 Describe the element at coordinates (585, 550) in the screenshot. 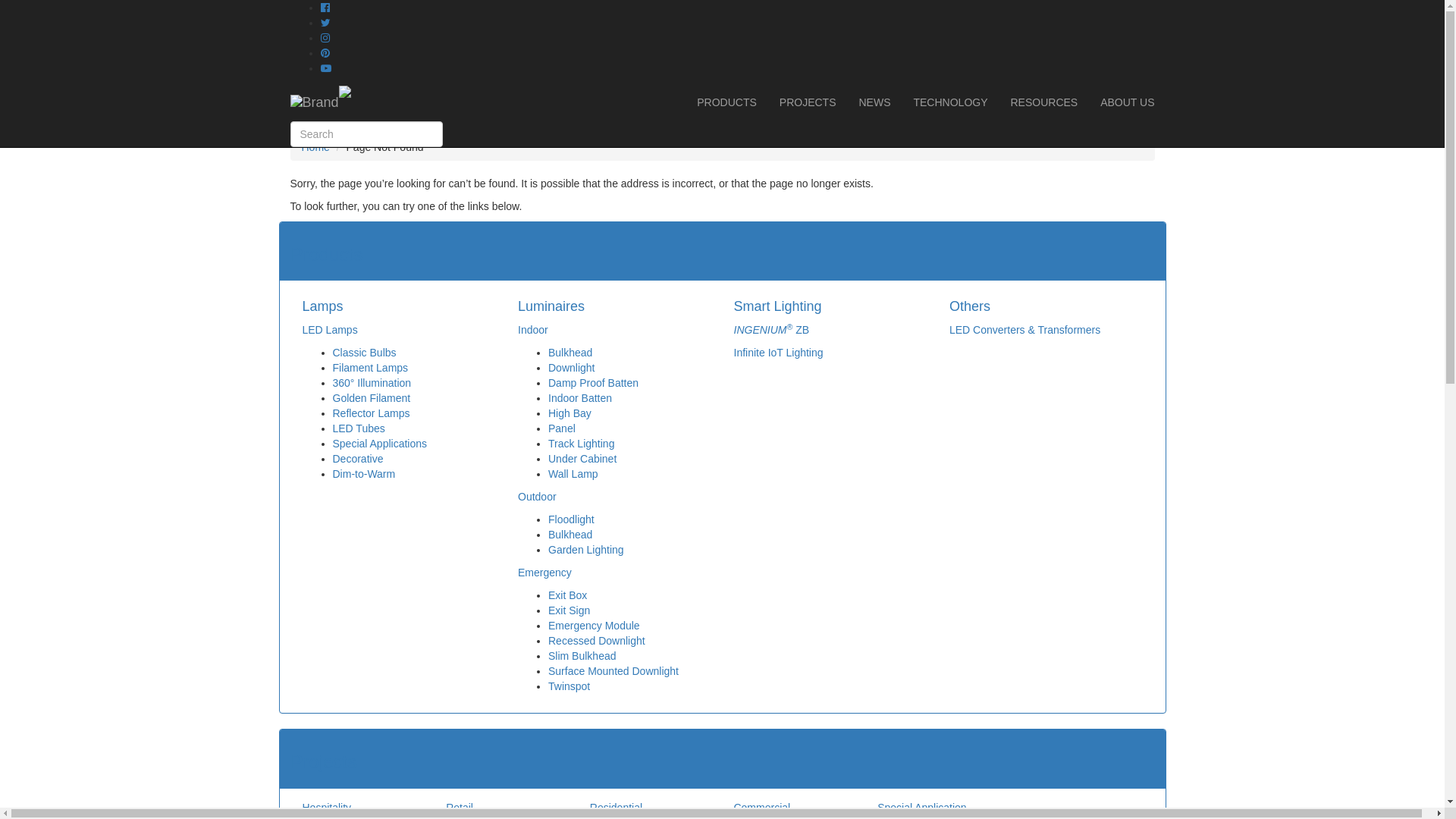

I see `'Garden Lighting'` at that location.